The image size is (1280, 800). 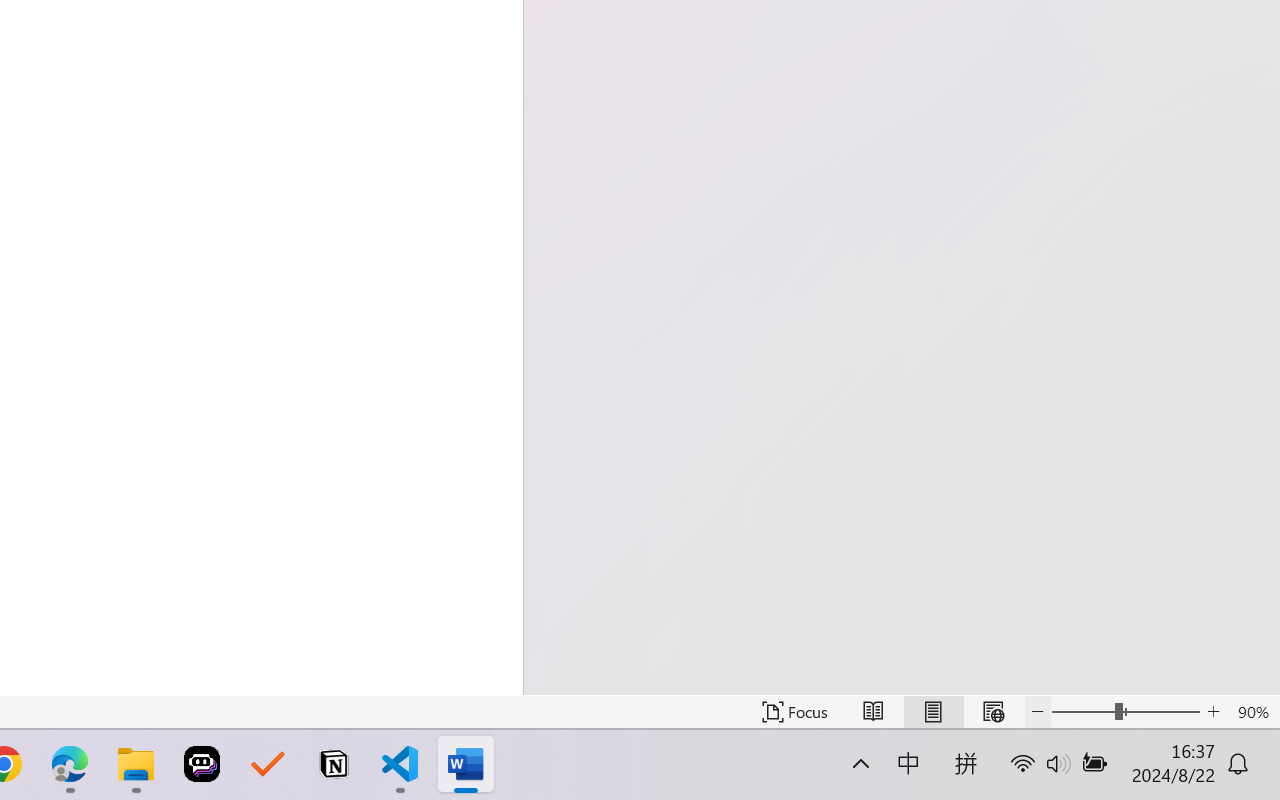 What do you see at coordinates (1252, 711) in the screenshot?
I see `'Zoom 90%'` at bounding box center [1252, 711].